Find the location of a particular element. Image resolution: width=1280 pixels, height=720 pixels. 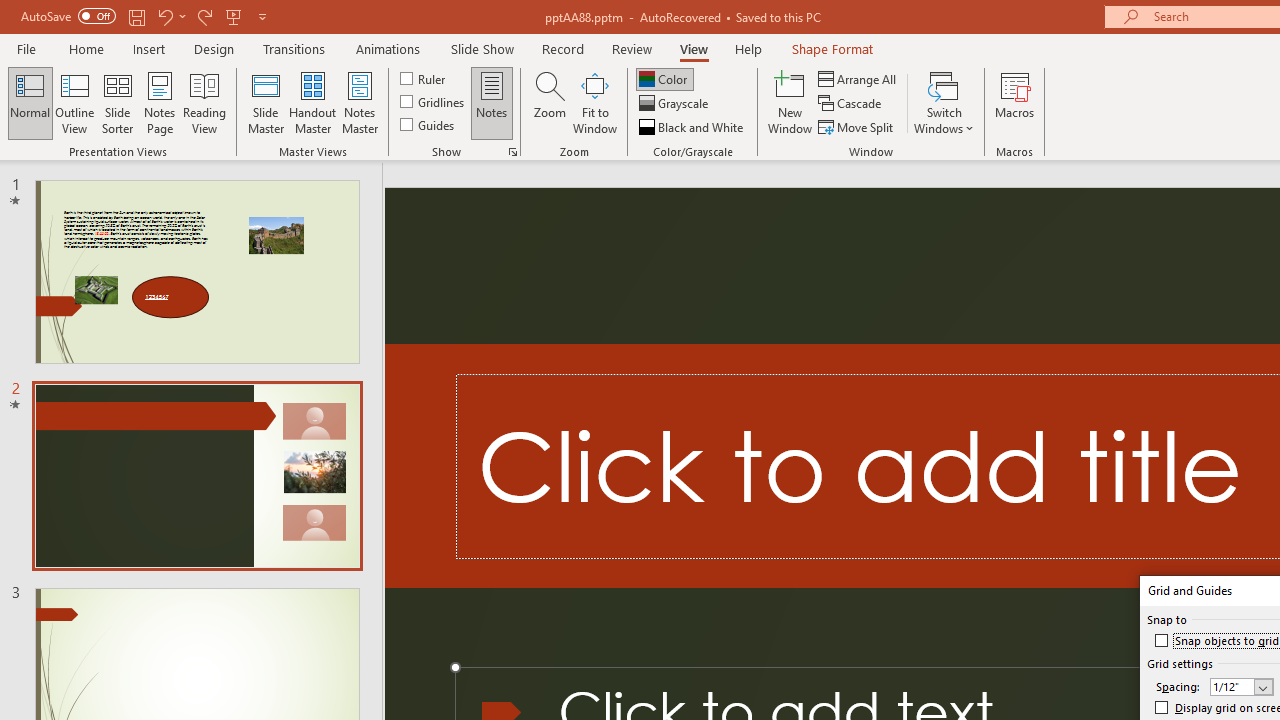

'Black and White' is located at coordinates (693, 127).